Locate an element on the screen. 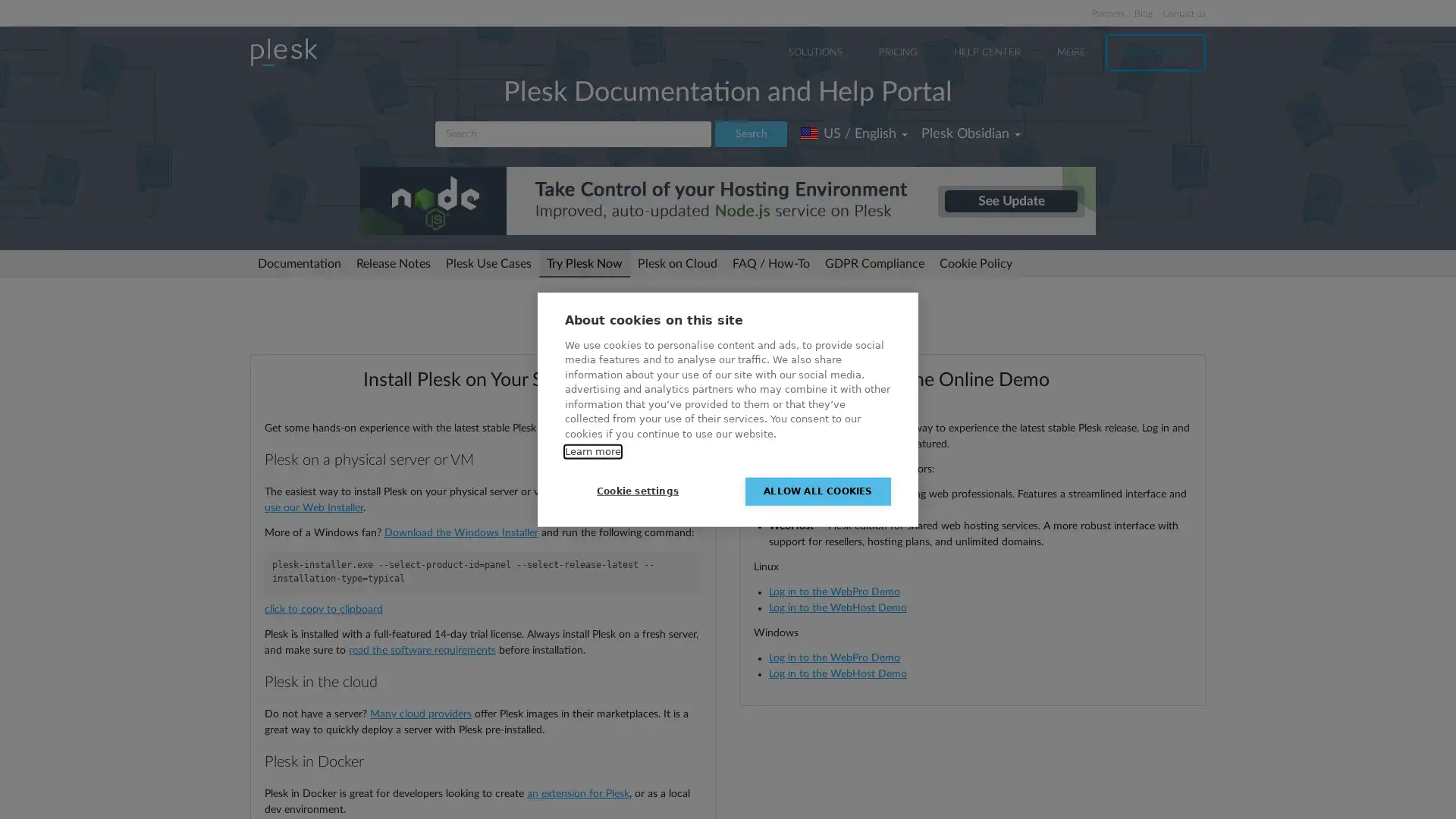 The height and width of the screenshot is (819, 1456). Cookie settings is located at coordinates (637, 491).